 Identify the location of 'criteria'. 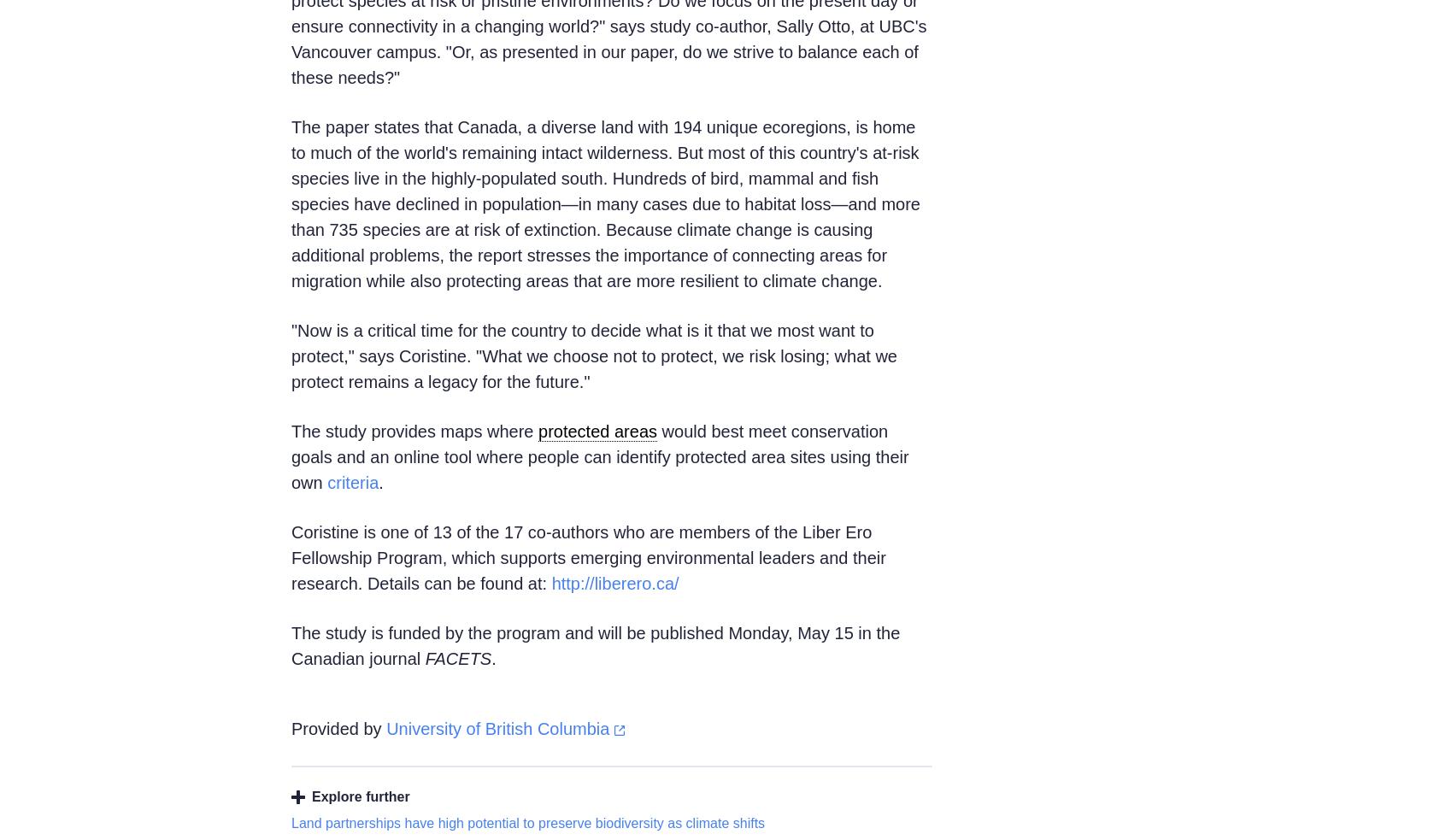
(353, 483).